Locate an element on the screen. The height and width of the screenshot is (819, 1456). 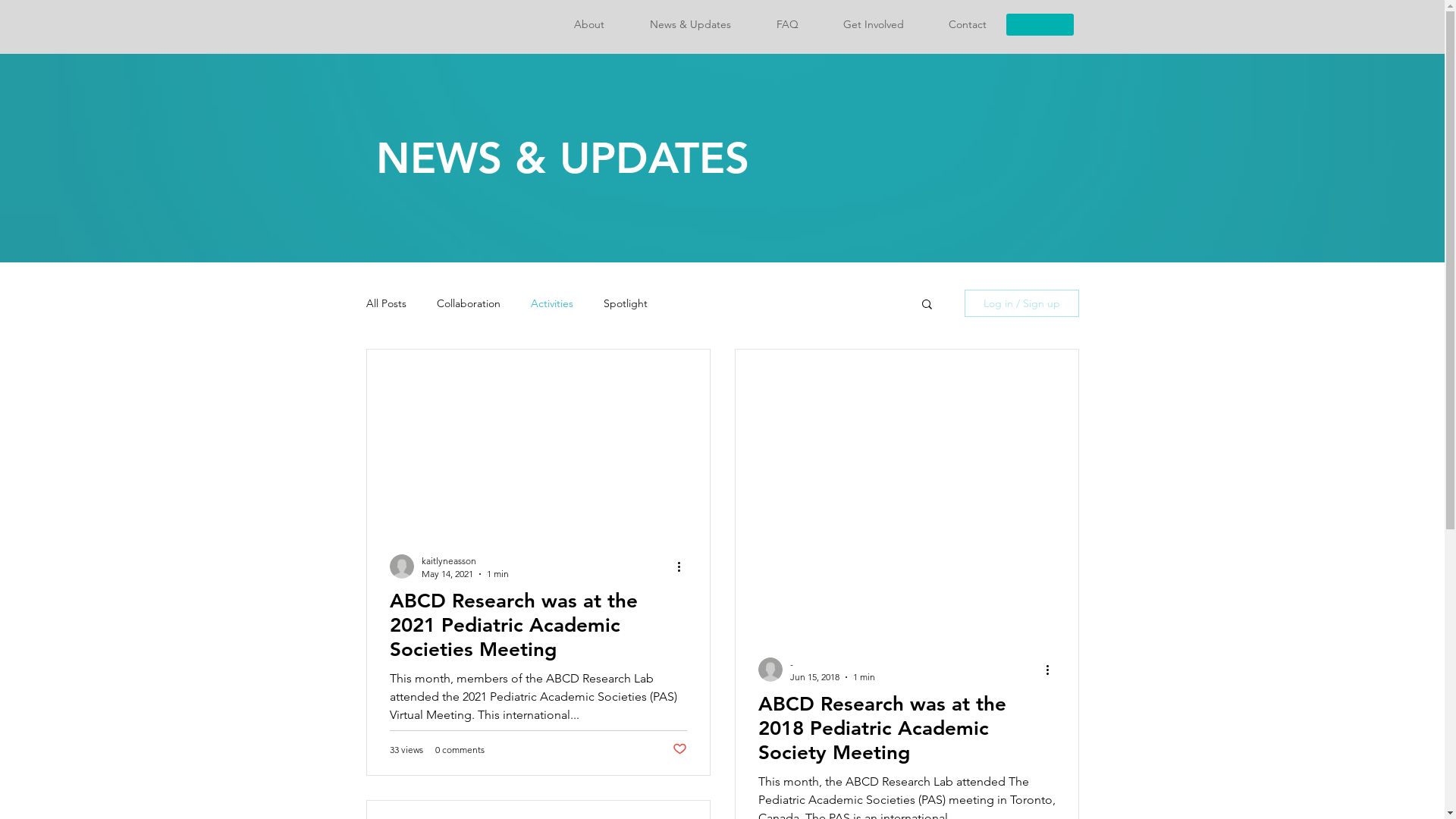
'Log in / Sign up' is located at coordinates (966, 303).